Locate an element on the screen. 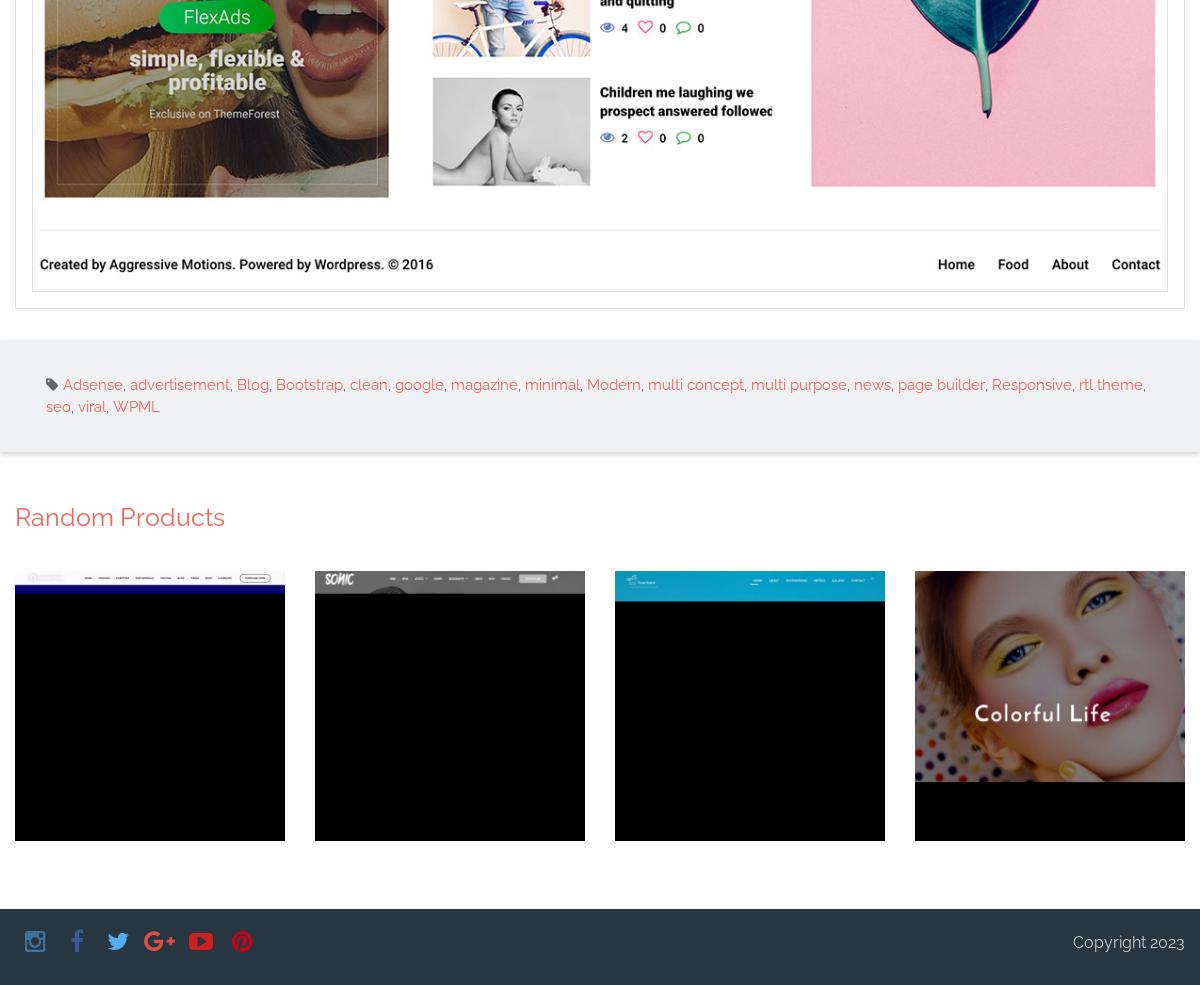 This screenshot has width=1200, height=985. 'Adsense' is located at coordinates (93, 383).